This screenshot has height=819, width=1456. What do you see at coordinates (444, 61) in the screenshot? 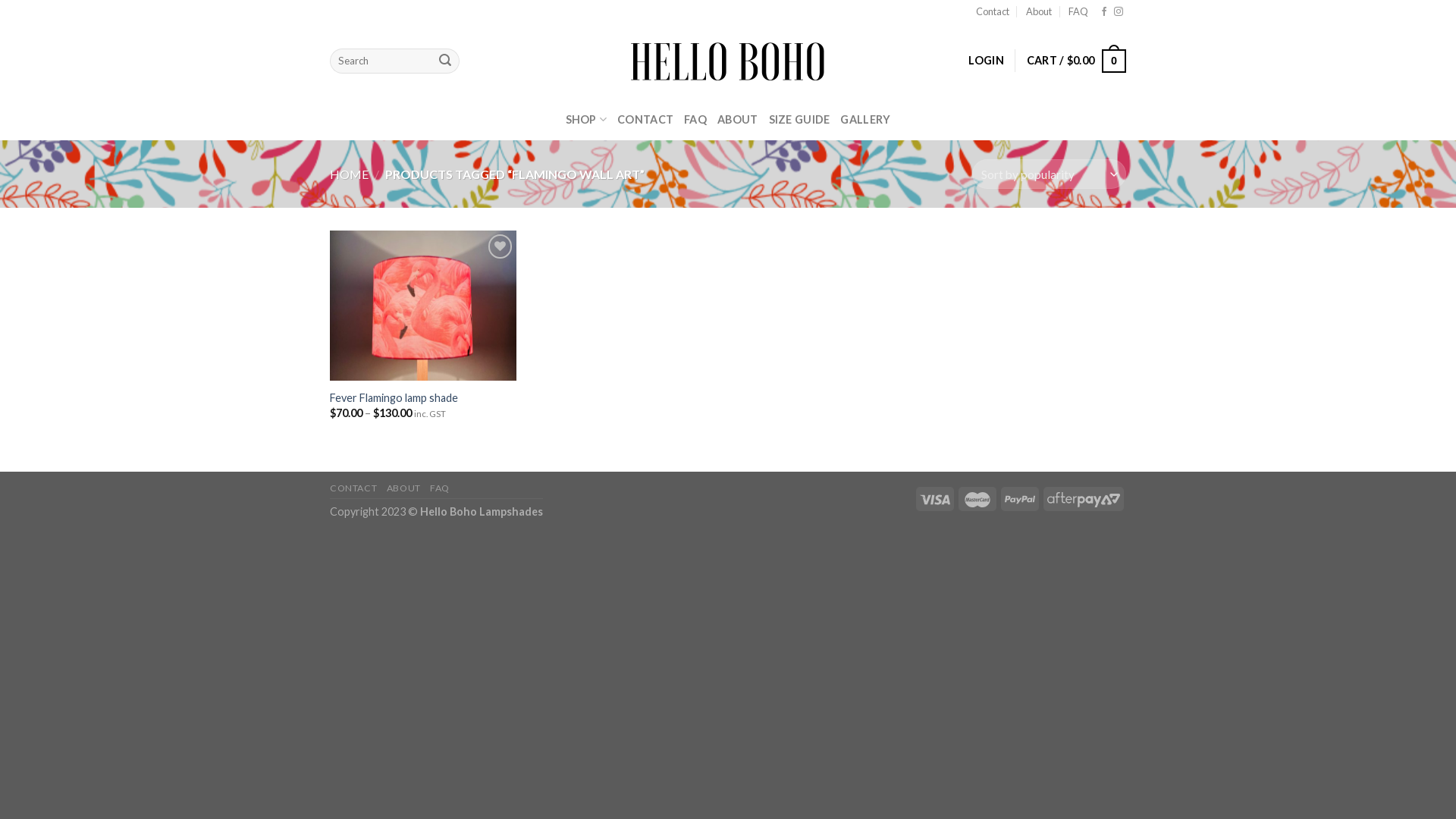
I see `'Search'` at bounding box center [444, 61].